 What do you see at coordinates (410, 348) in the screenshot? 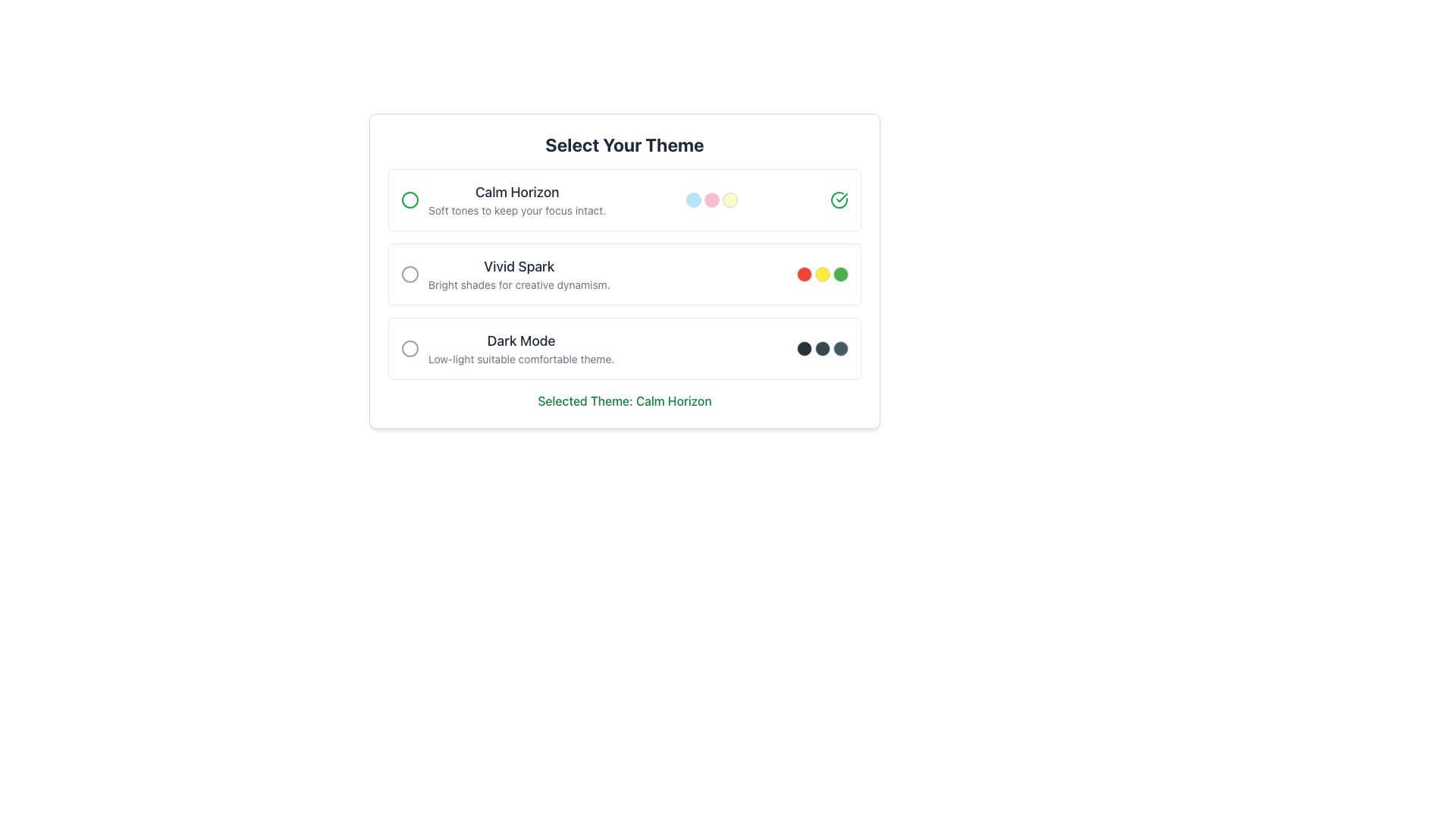
I see `the circular icon that serves as a selection indicator for the 'Dark Mode' theme option` at bounding box center [410, 348].